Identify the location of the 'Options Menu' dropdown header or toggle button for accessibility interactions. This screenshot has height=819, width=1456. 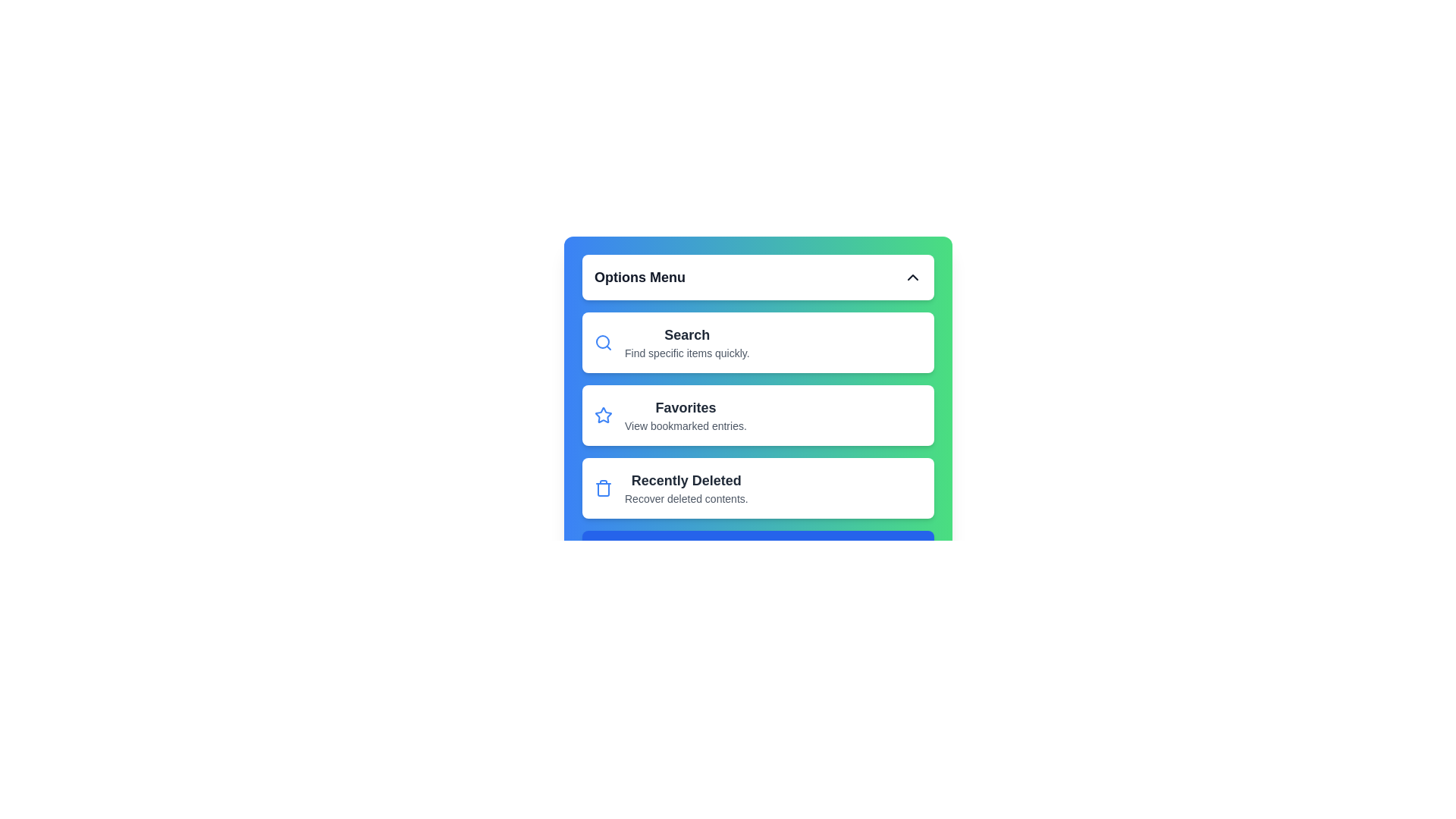
(758, 278).